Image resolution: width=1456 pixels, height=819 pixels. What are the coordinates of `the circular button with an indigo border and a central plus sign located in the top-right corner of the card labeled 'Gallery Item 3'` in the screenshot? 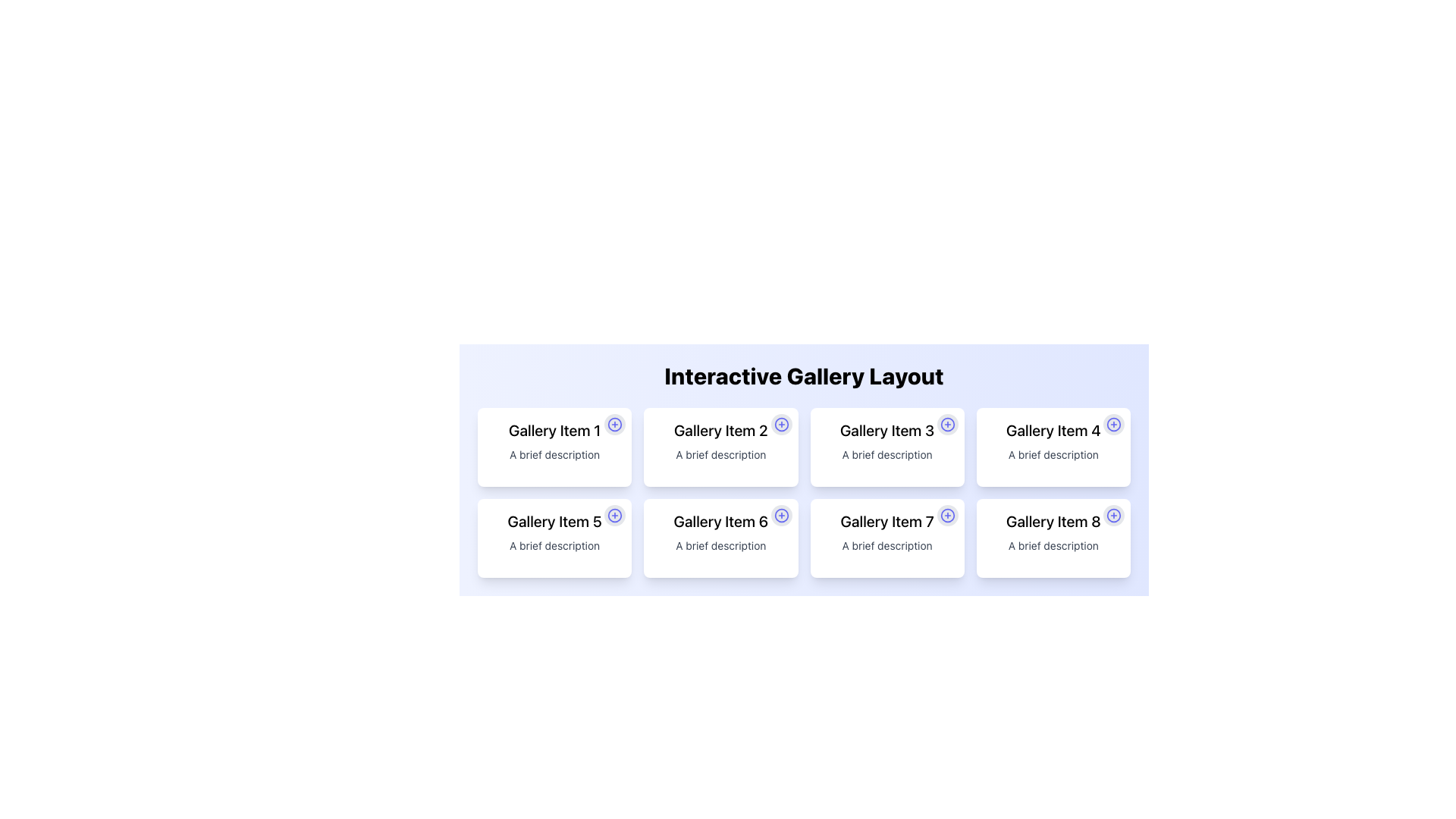 It's located at (946, 424).